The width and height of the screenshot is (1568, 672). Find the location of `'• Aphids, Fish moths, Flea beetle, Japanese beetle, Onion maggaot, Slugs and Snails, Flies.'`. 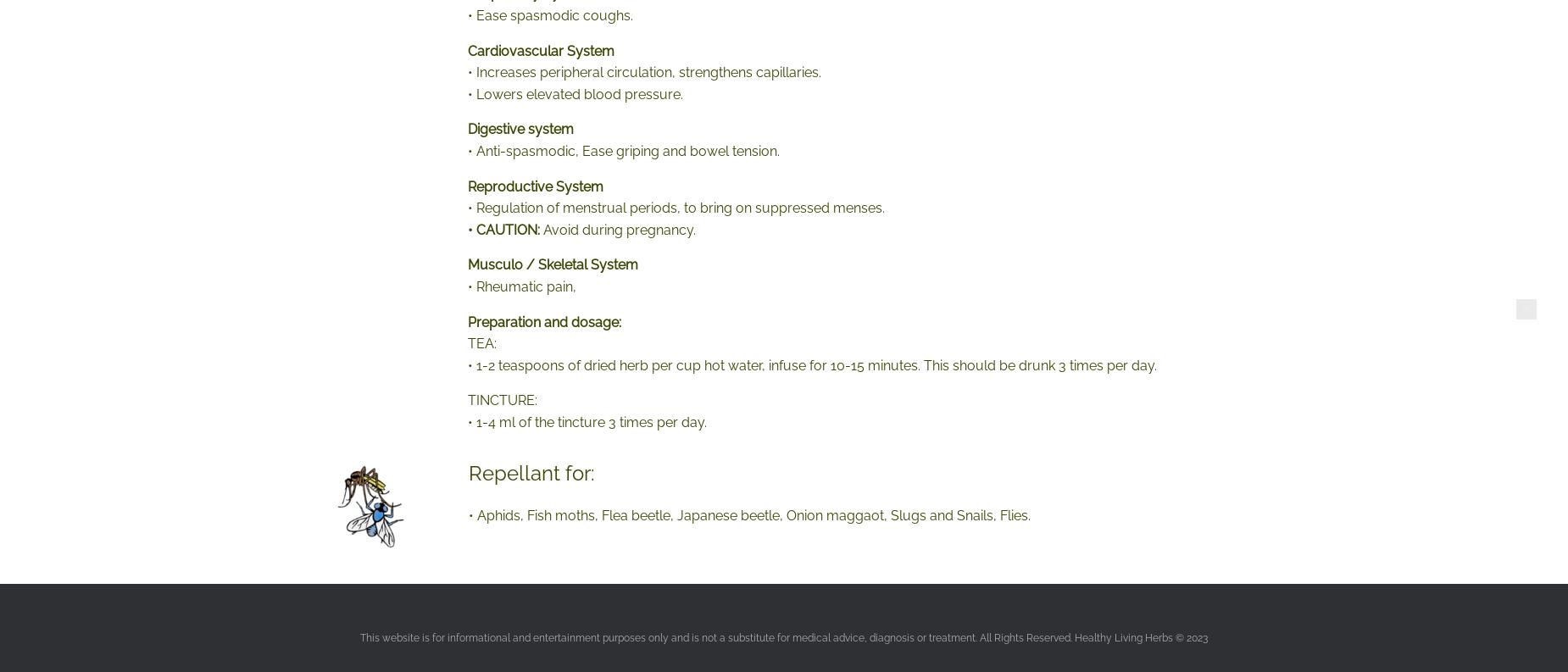

'• Aphids, Fish moths, Flea beetle, Japanese beetle, Onion maggaot, Slugs and Snails, Flies.' is located at coordinates (749, 515).